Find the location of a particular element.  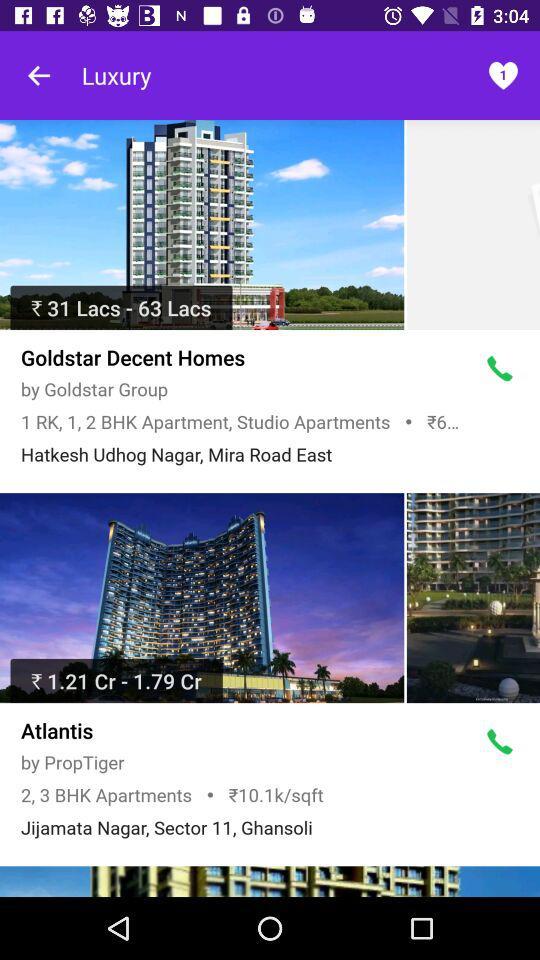

this property is located at coordinates (202, 225).